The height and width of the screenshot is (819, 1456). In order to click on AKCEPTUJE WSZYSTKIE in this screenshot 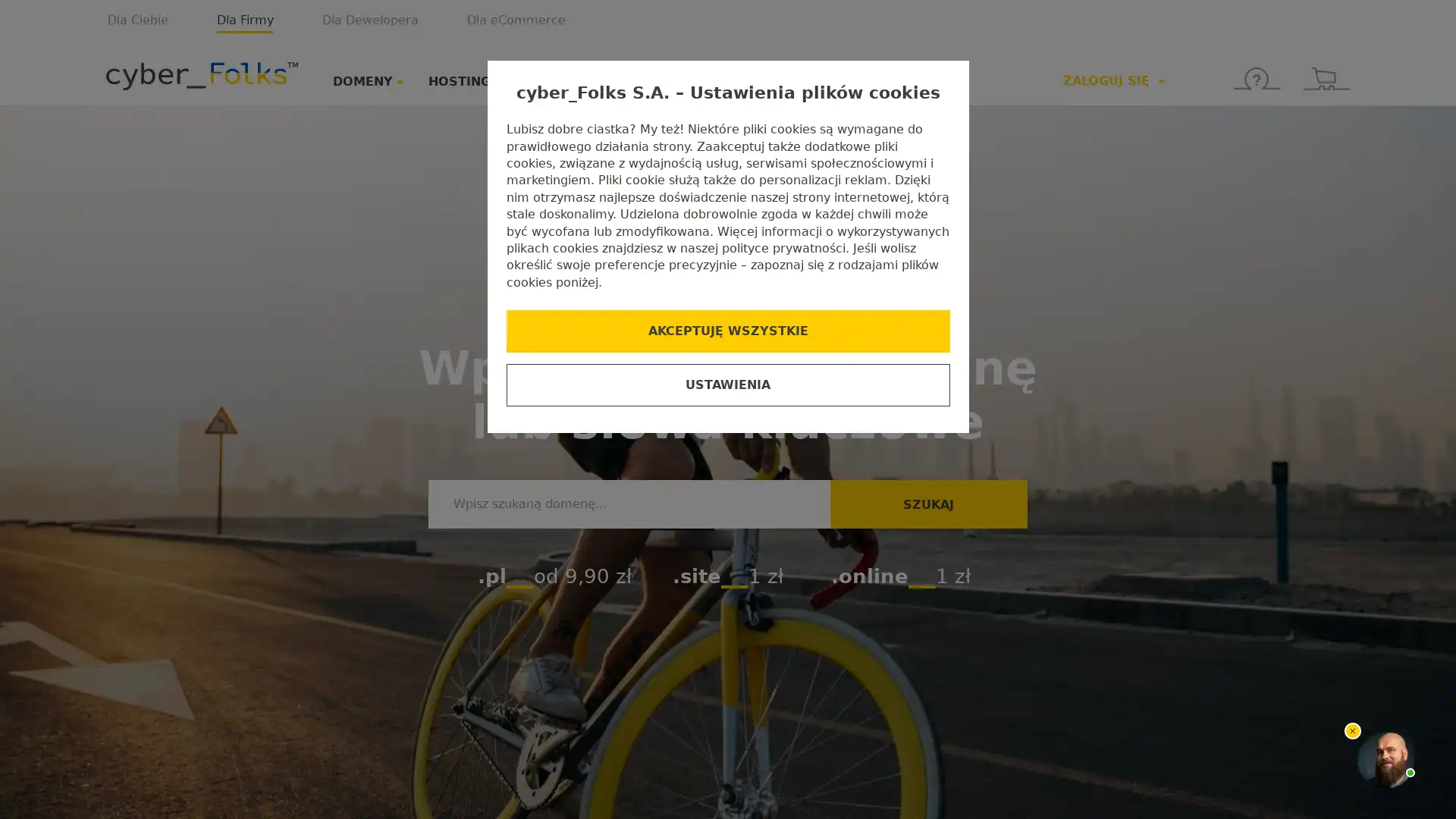, I will do `click(726, 330)`.